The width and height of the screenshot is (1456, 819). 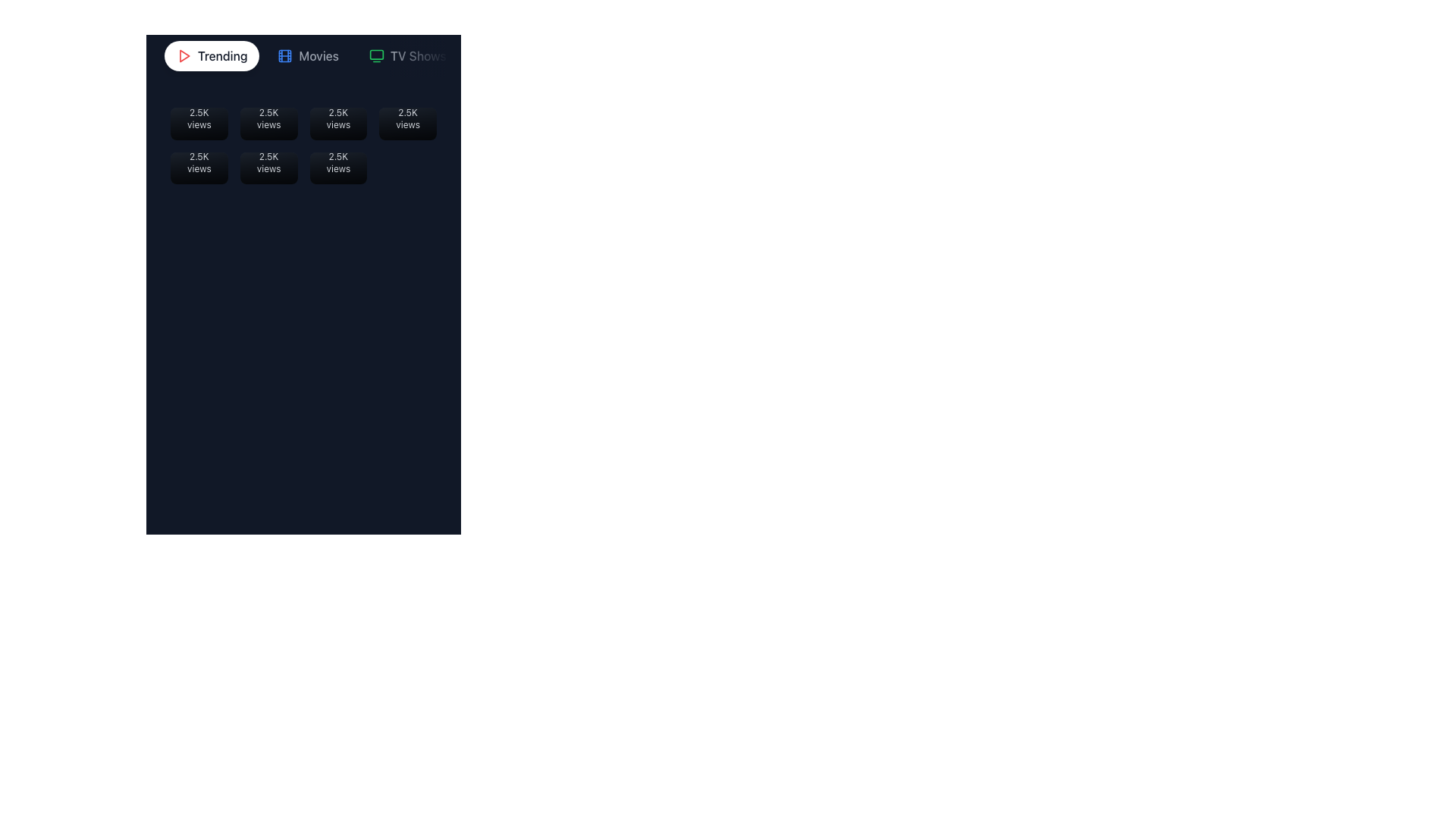 I want to click on the informational label that displays video content details, including its title and view count, located in the second row and third column of the grid layout, so click(x=337, y=155).